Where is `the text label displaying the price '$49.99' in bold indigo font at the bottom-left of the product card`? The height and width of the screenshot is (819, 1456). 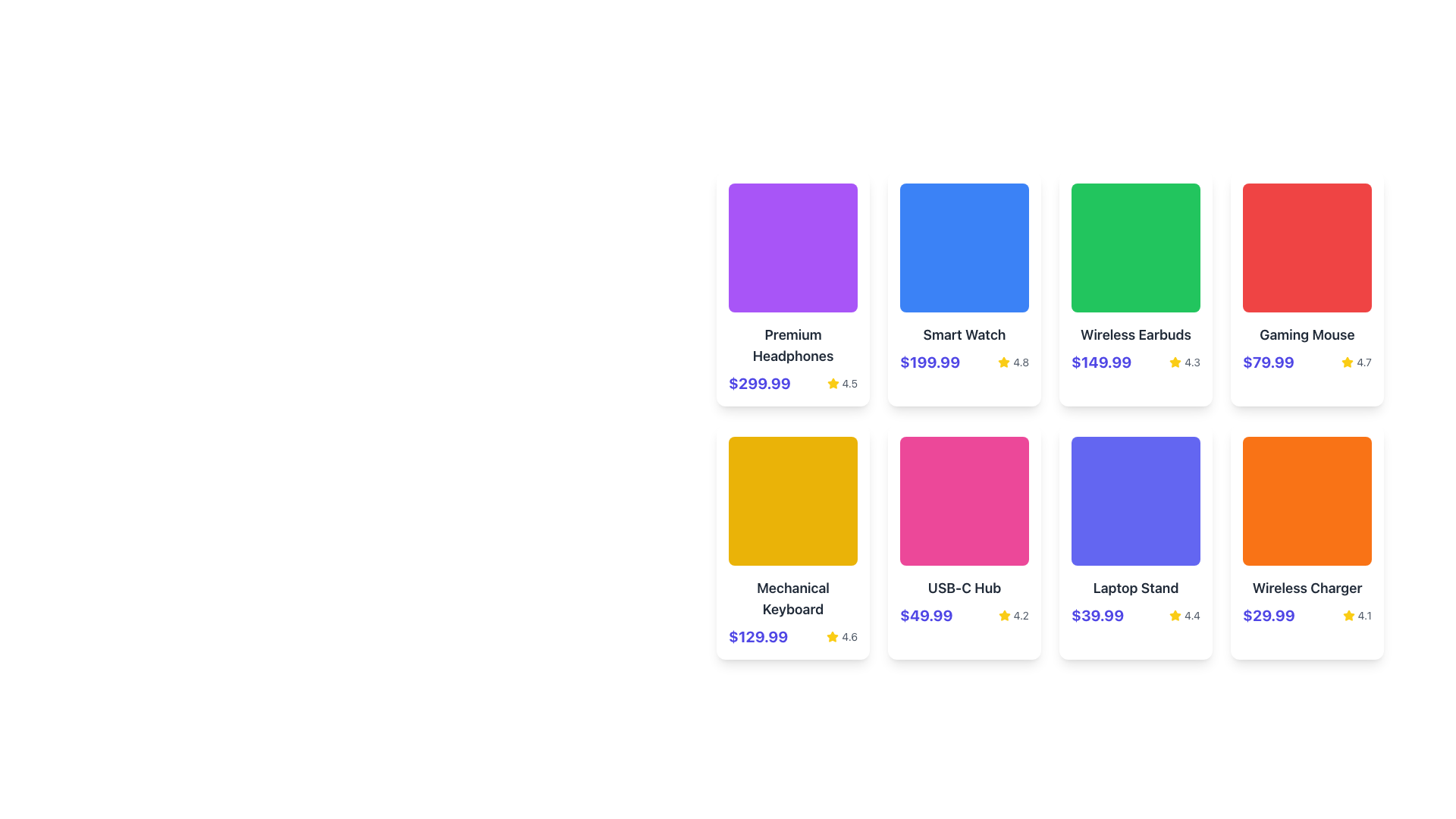 the text label displaying the price '$49.99' in bold indigo font at the bottom-left of the product card is located at coordinates (925, 616).